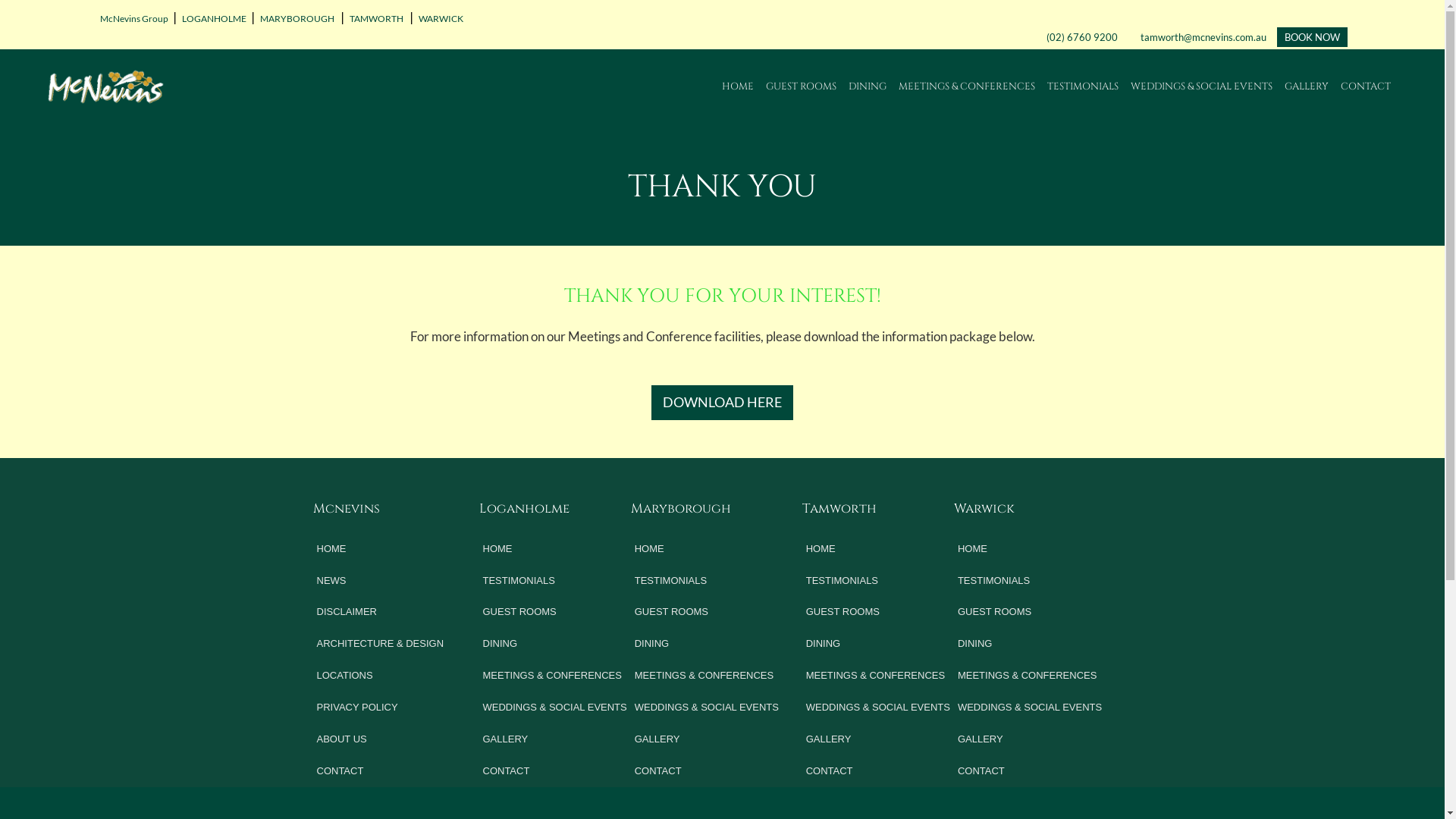 This screenshot has width=1456, height=819. Describe the element at coordinates (312, 675) in the screenshot. I see `'LOCATIONS'` at that location.